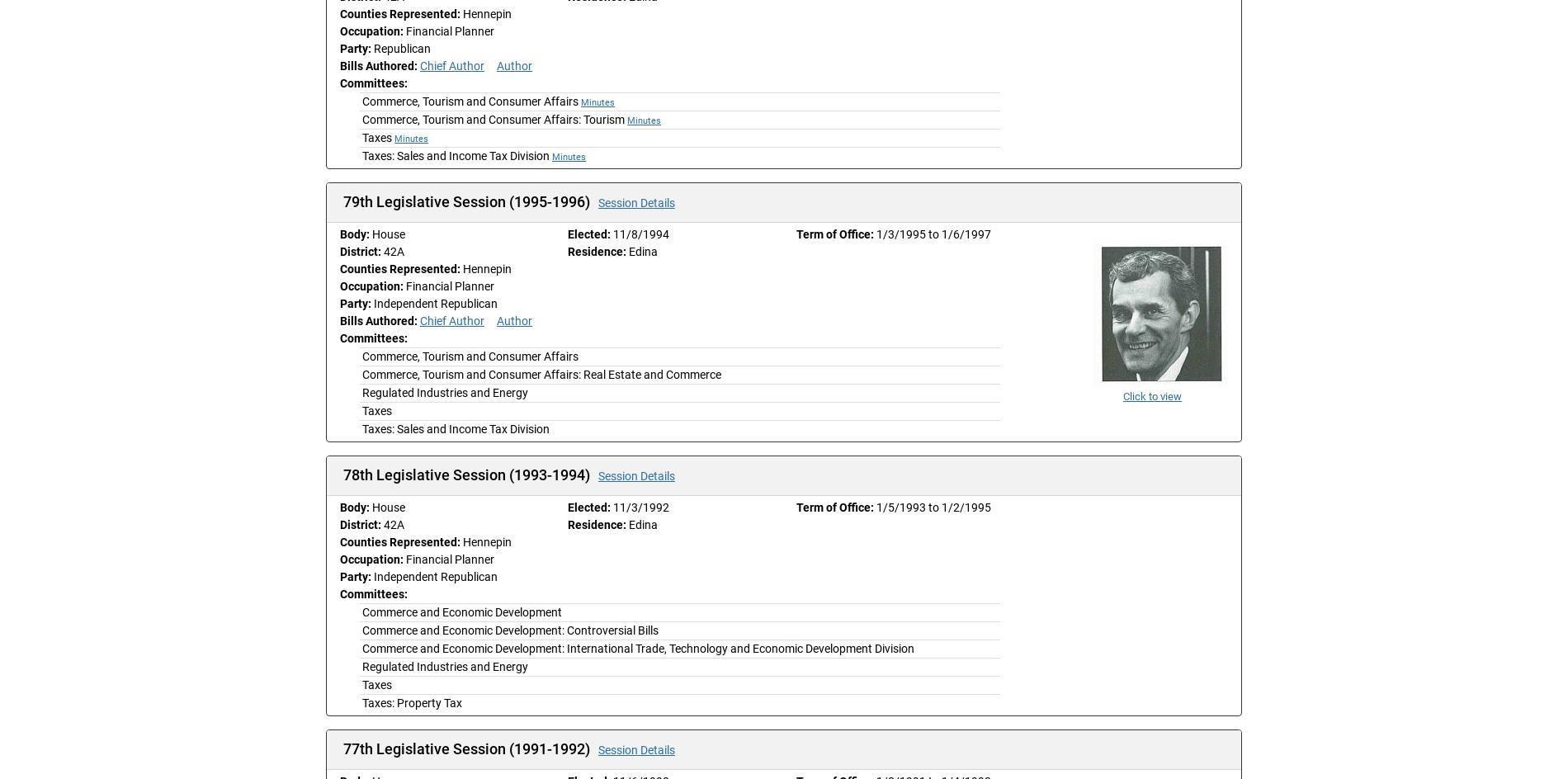 Image resolution: width=1568 pixels, height=779 pixels. What do you see at coordinates (637, 647) in the screenshot?
I see `'Commerce and Economic Development: International Trade, Technology and Economic Development Division'` at bounding box center [637, 647].